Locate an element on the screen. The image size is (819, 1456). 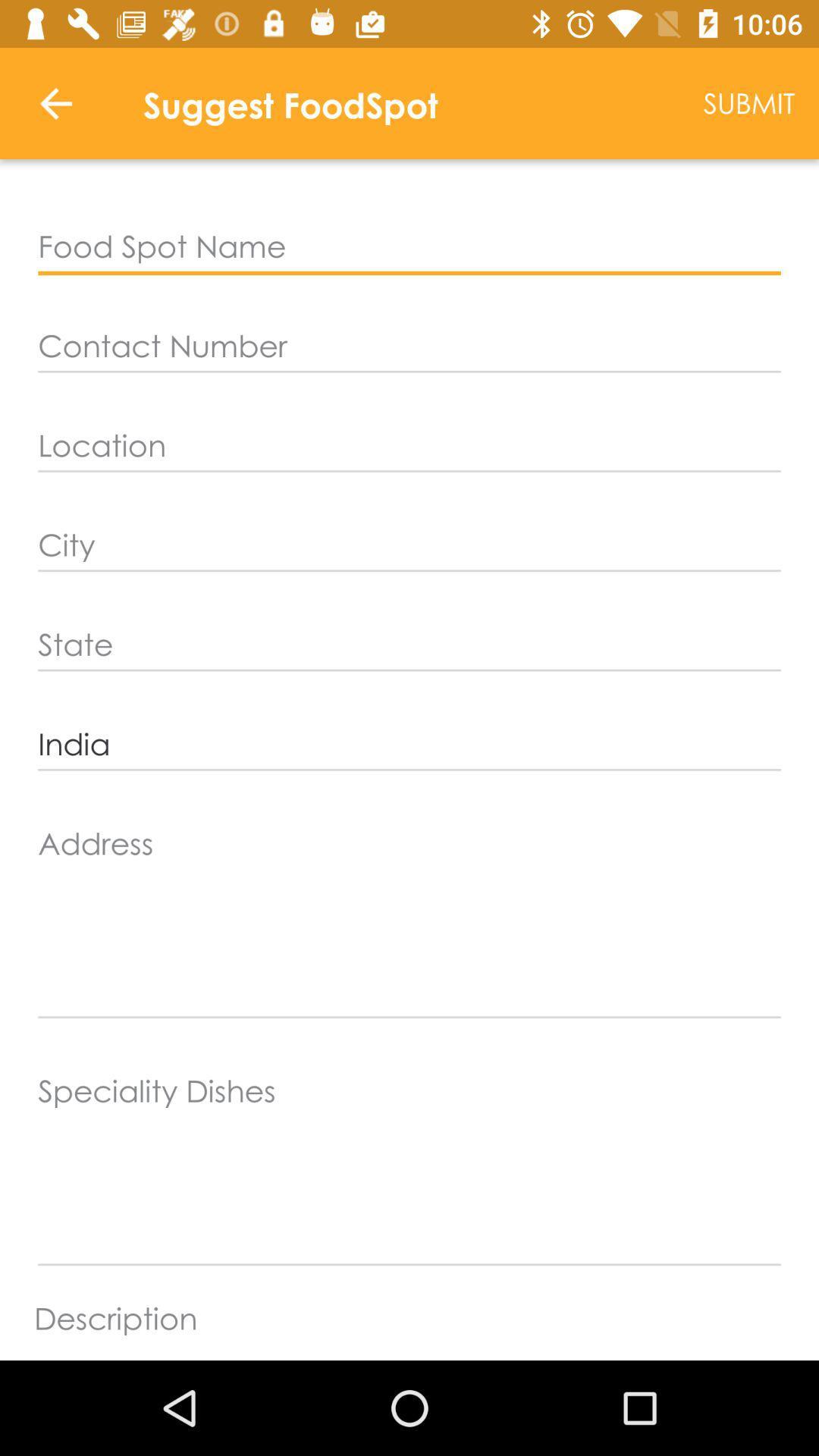
the item above the india item is located at coordinates (409, 645).